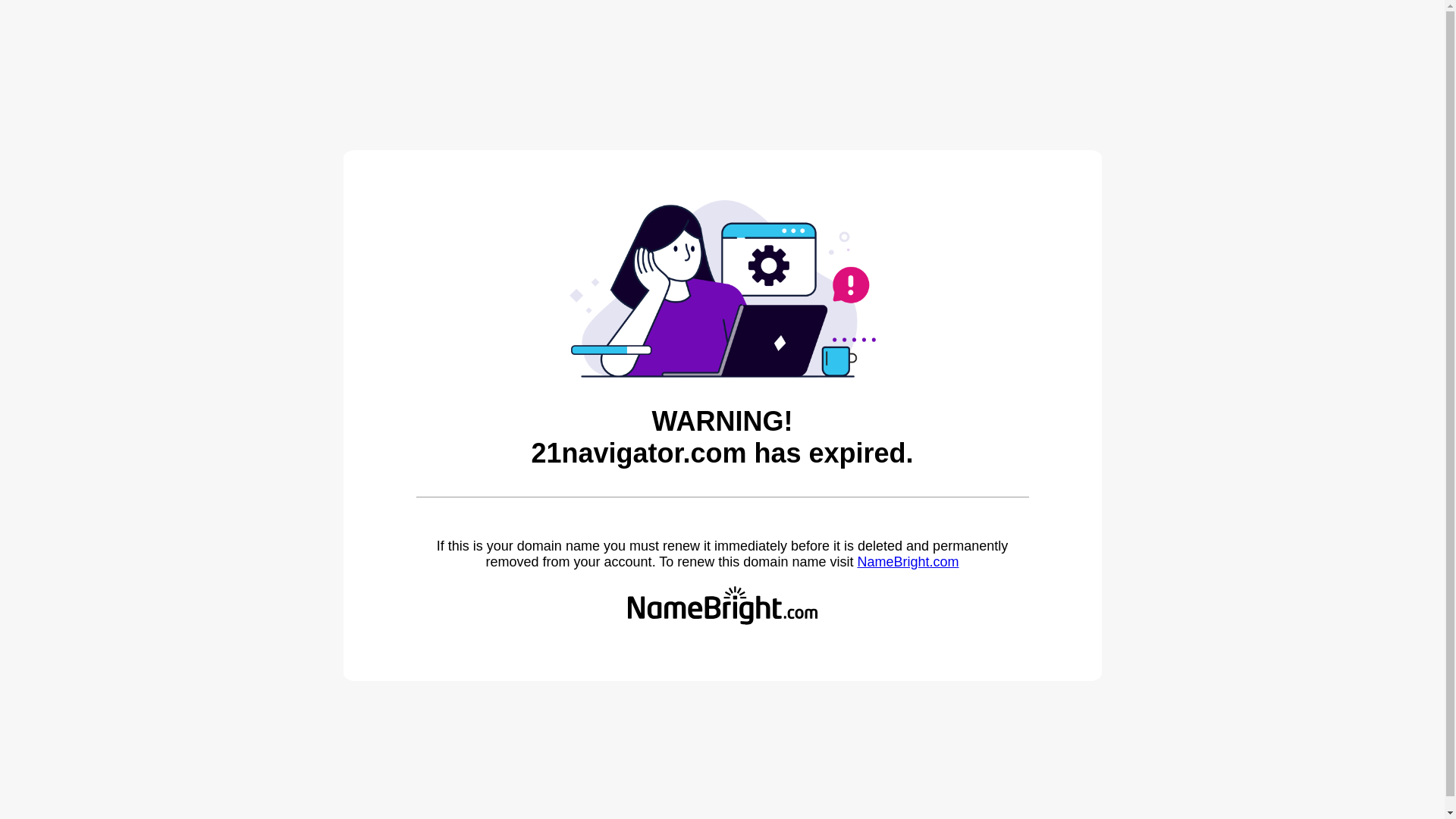  What do you see at coordinates (907, 561) in the screenshot?
I see `'NameBright.com'` at bounding box center [907, 561].